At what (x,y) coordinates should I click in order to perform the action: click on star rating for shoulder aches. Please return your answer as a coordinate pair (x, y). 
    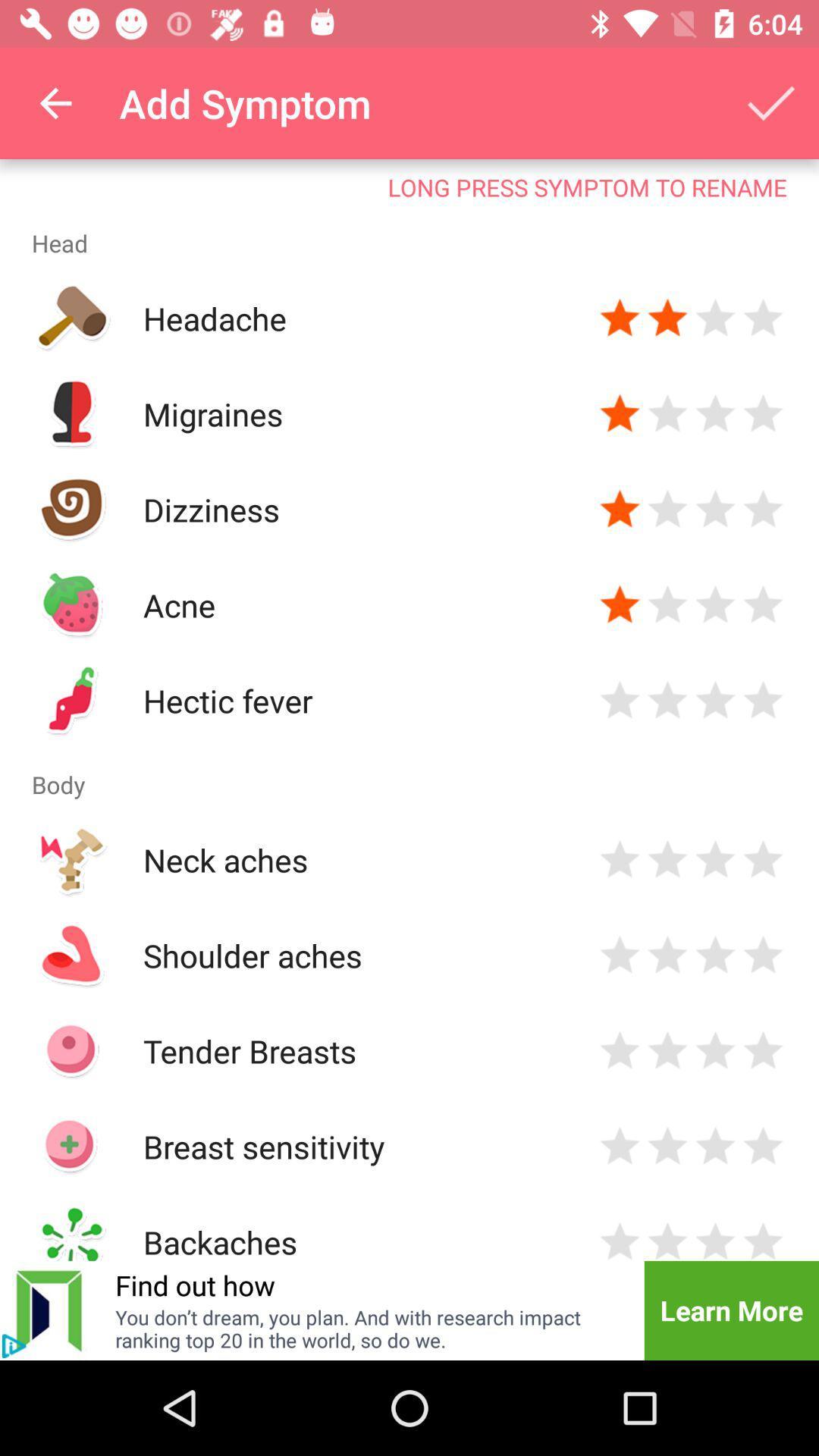
    Looking at the image, I should click on (620, 954).